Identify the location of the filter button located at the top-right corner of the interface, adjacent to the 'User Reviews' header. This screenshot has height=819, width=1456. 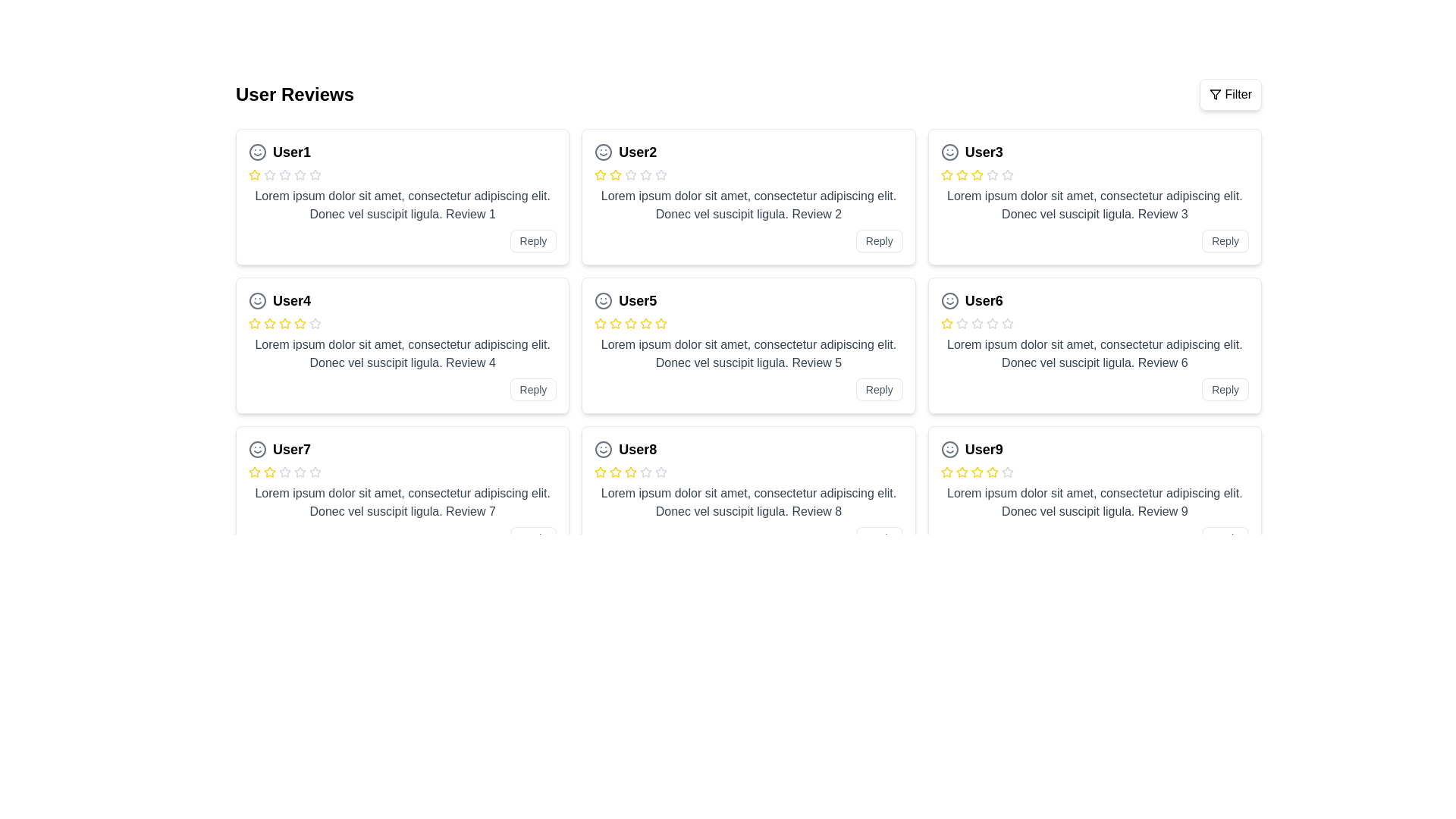
(1231, 94).